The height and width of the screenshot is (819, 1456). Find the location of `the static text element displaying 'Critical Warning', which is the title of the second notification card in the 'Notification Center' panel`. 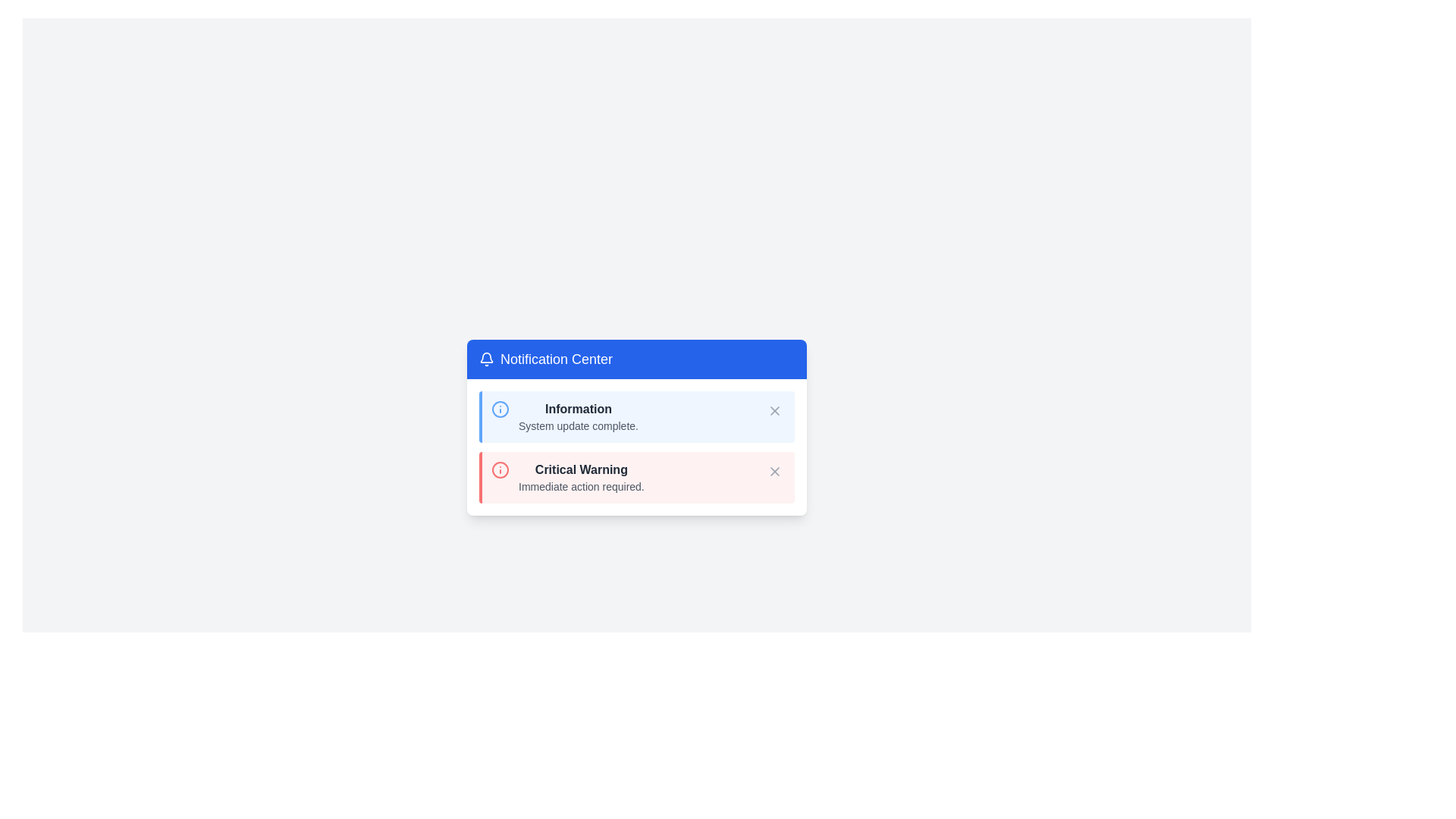

the static text element displaying 'Critical Warning', which is the title of the second notification card in the 'Notification Center' panel is located at coordinates (580, 469).